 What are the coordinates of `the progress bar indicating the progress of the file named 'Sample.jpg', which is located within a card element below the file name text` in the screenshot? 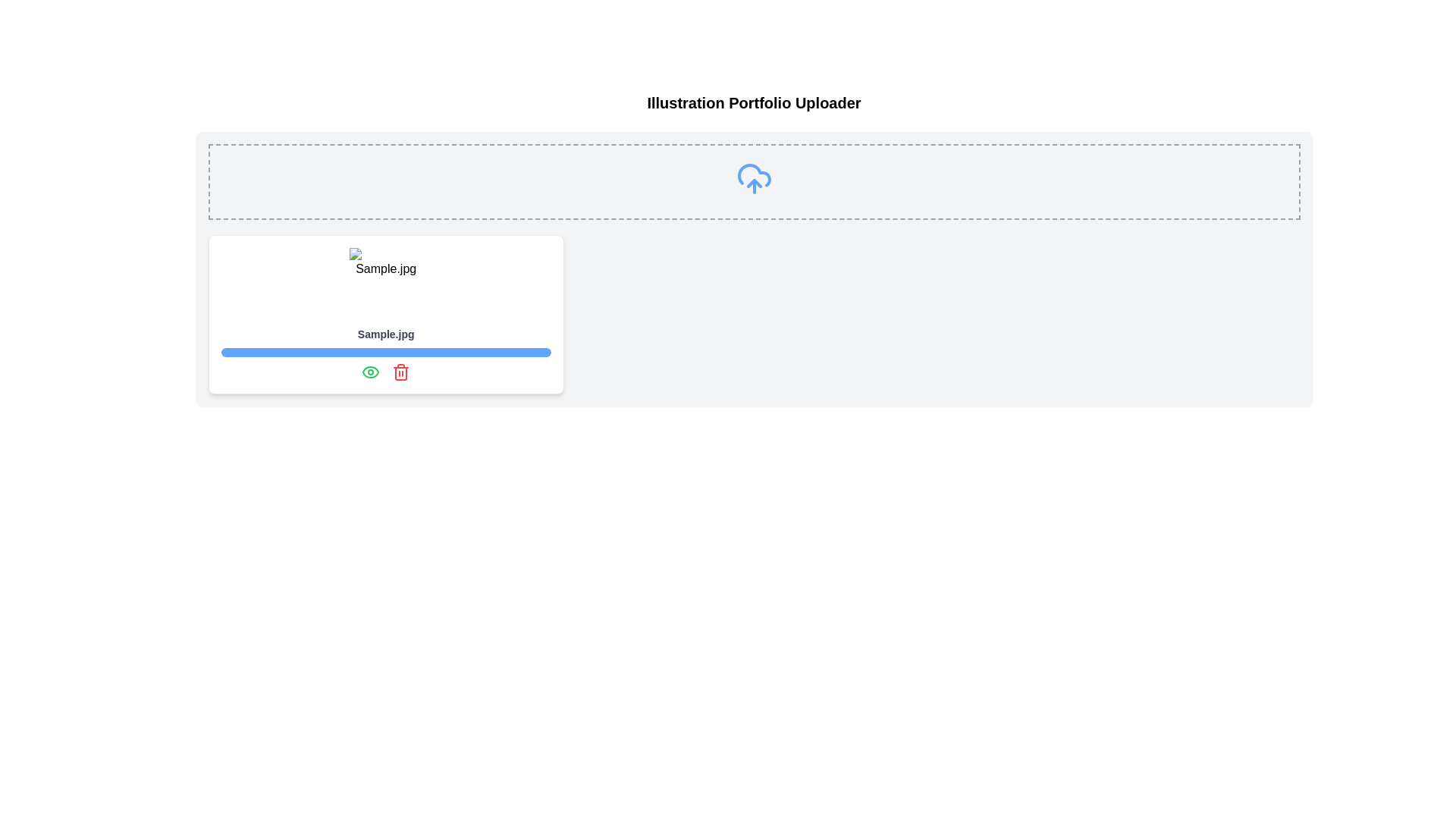 It's located at (386, 353).